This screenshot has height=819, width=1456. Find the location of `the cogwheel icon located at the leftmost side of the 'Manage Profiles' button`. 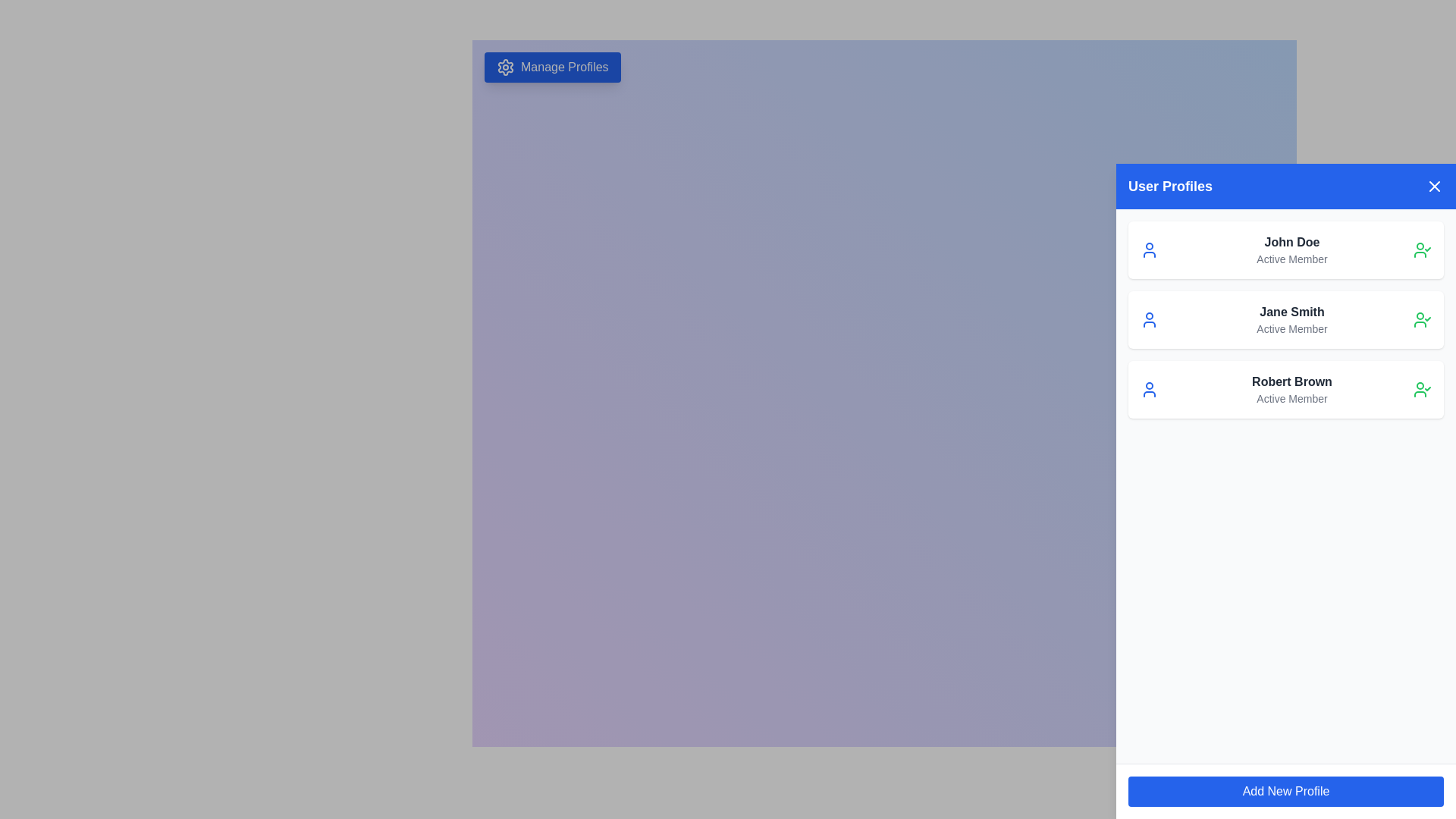

the cogwheel icon located at the leftmost side of the 'Manage Profiles' button is located at coordinates (506, 66).